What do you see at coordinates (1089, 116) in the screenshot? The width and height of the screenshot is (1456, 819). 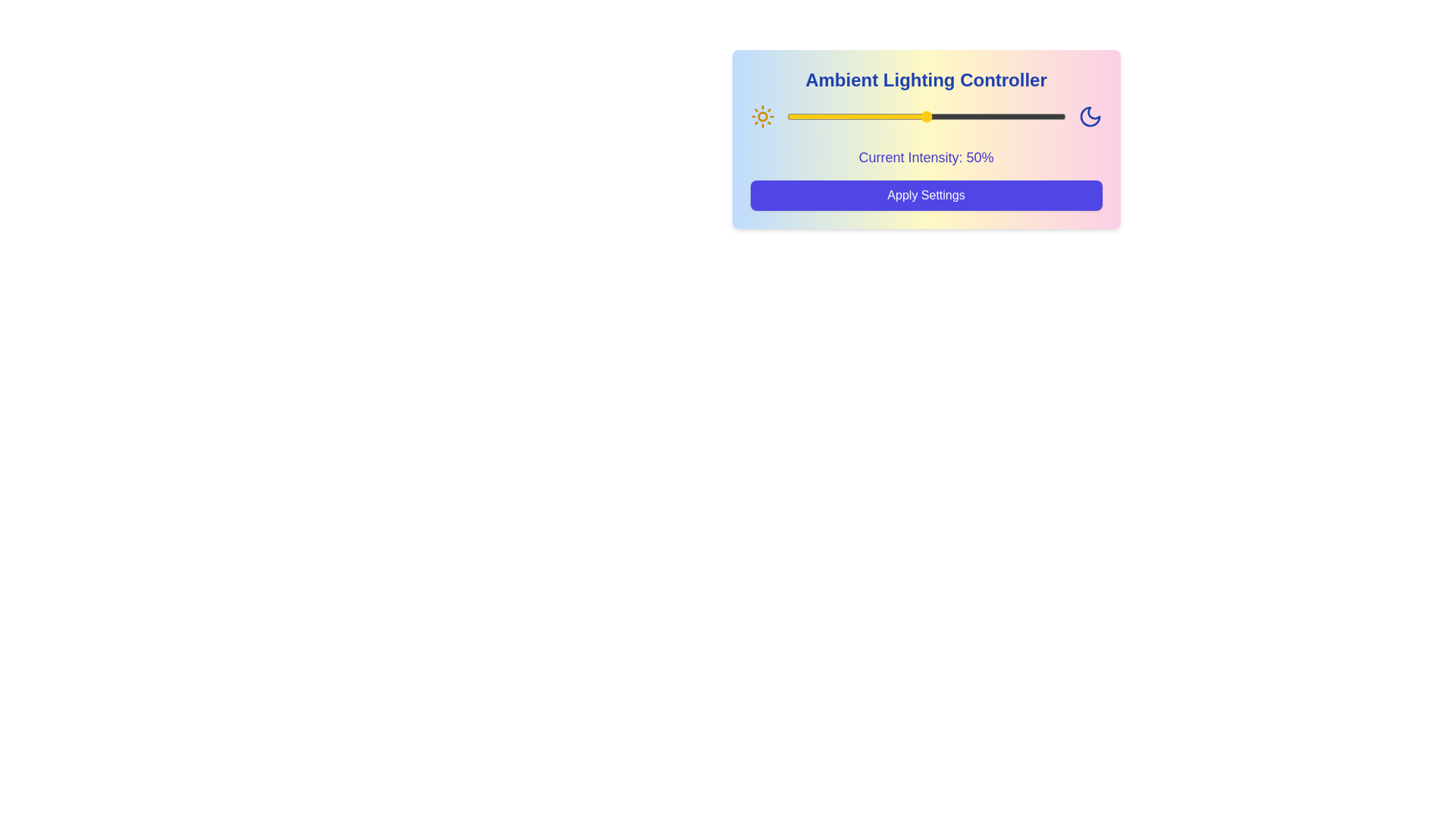 I see `the Moon icon to adjust lighting` at bounding box center [1089, 116].